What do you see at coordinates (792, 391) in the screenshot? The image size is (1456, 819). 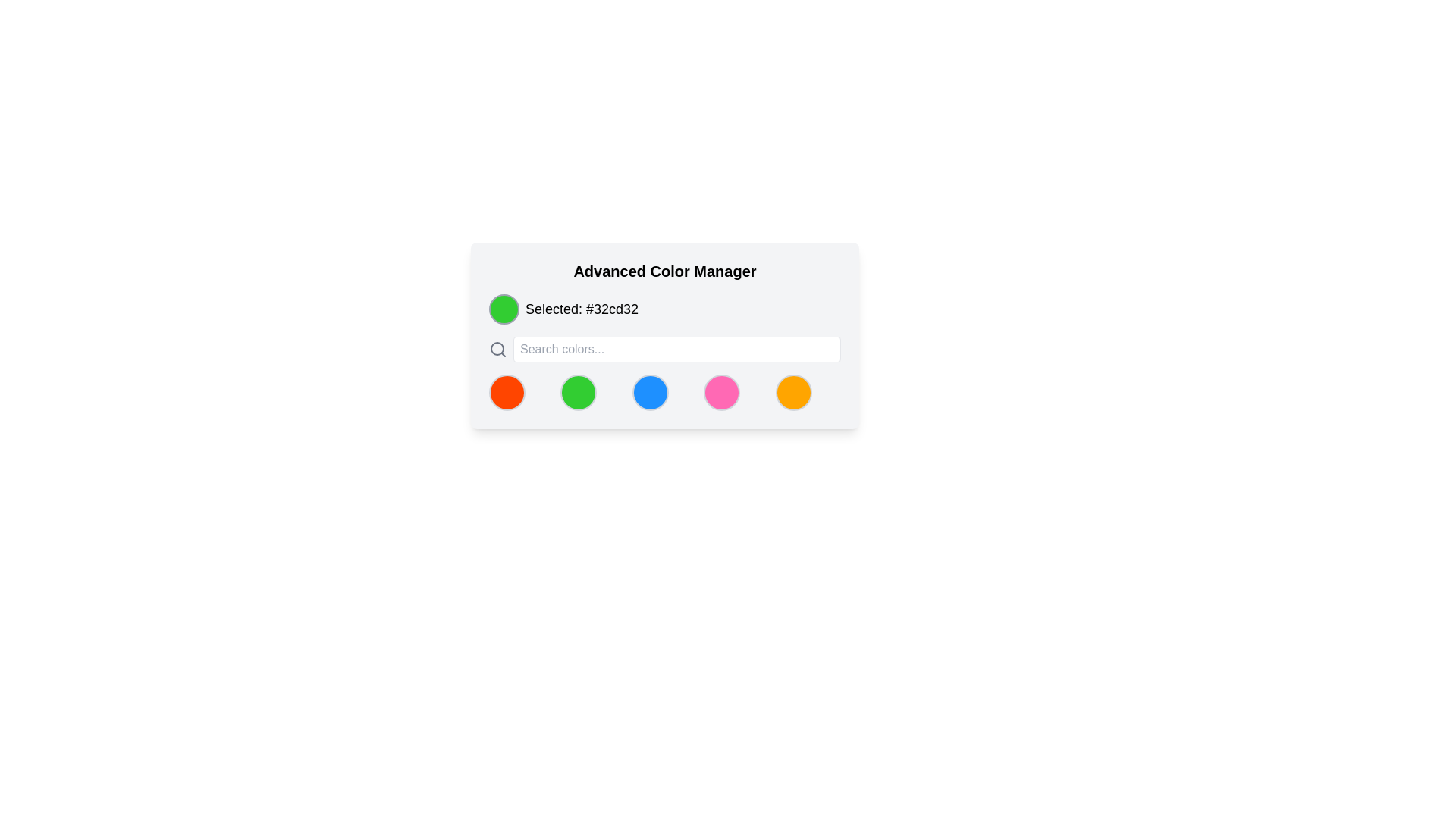 I see `the circular color picker option with a bright orange background located in the bottom-right corner of the 'Advanced Color Manager' modal to highlight it` at bounding box center [792, 391].